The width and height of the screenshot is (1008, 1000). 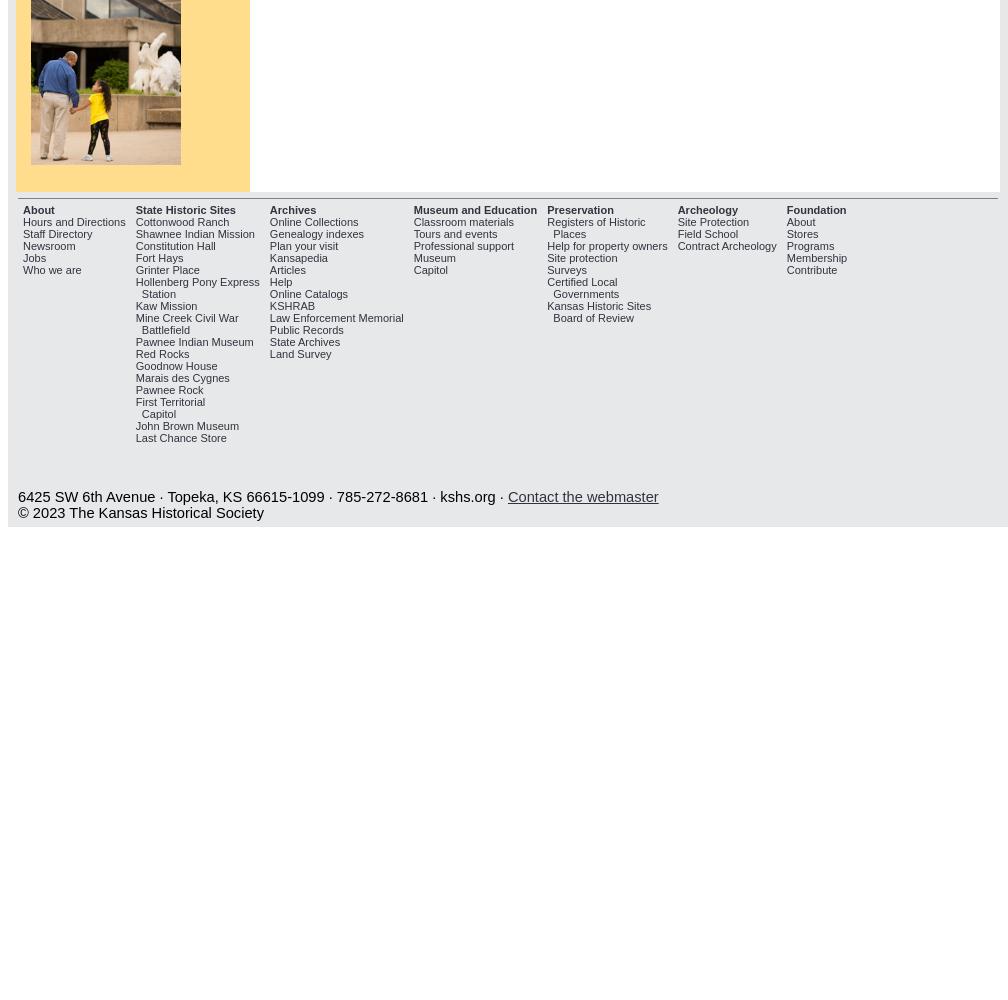 I want to click on 'Tours and events', so click(x=455, y=232).